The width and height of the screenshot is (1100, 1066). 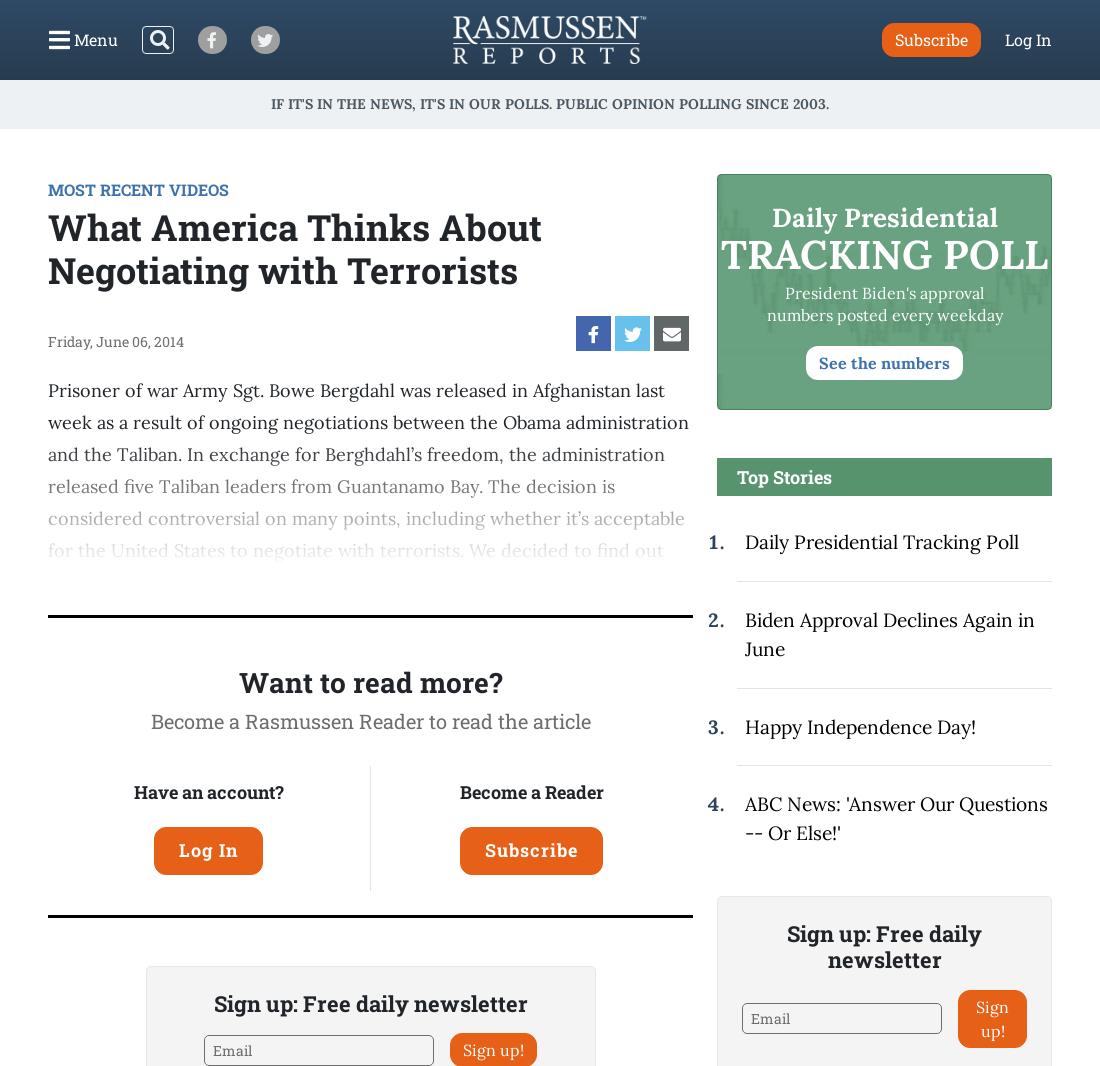 What do you see at coordinates (294, 246) in the screenshot?
I see `'What America Thinks About Negotiating with Terrorists'` at bounding box center [294, 246].